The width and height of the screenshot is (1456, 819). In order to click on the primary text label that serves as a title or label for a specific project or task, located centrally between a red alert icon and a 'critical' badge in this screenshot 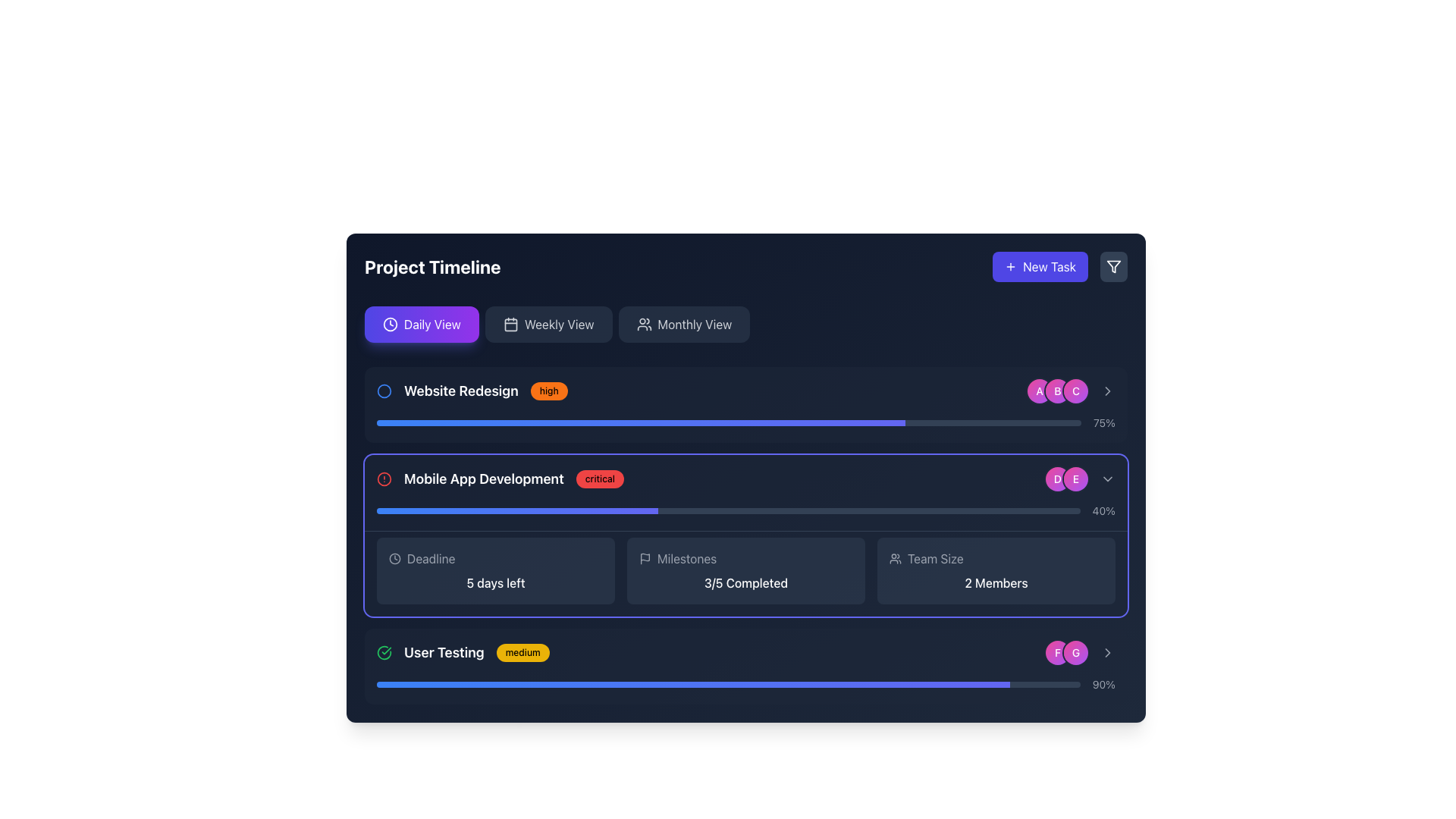, I will do `click(483, 479)`.